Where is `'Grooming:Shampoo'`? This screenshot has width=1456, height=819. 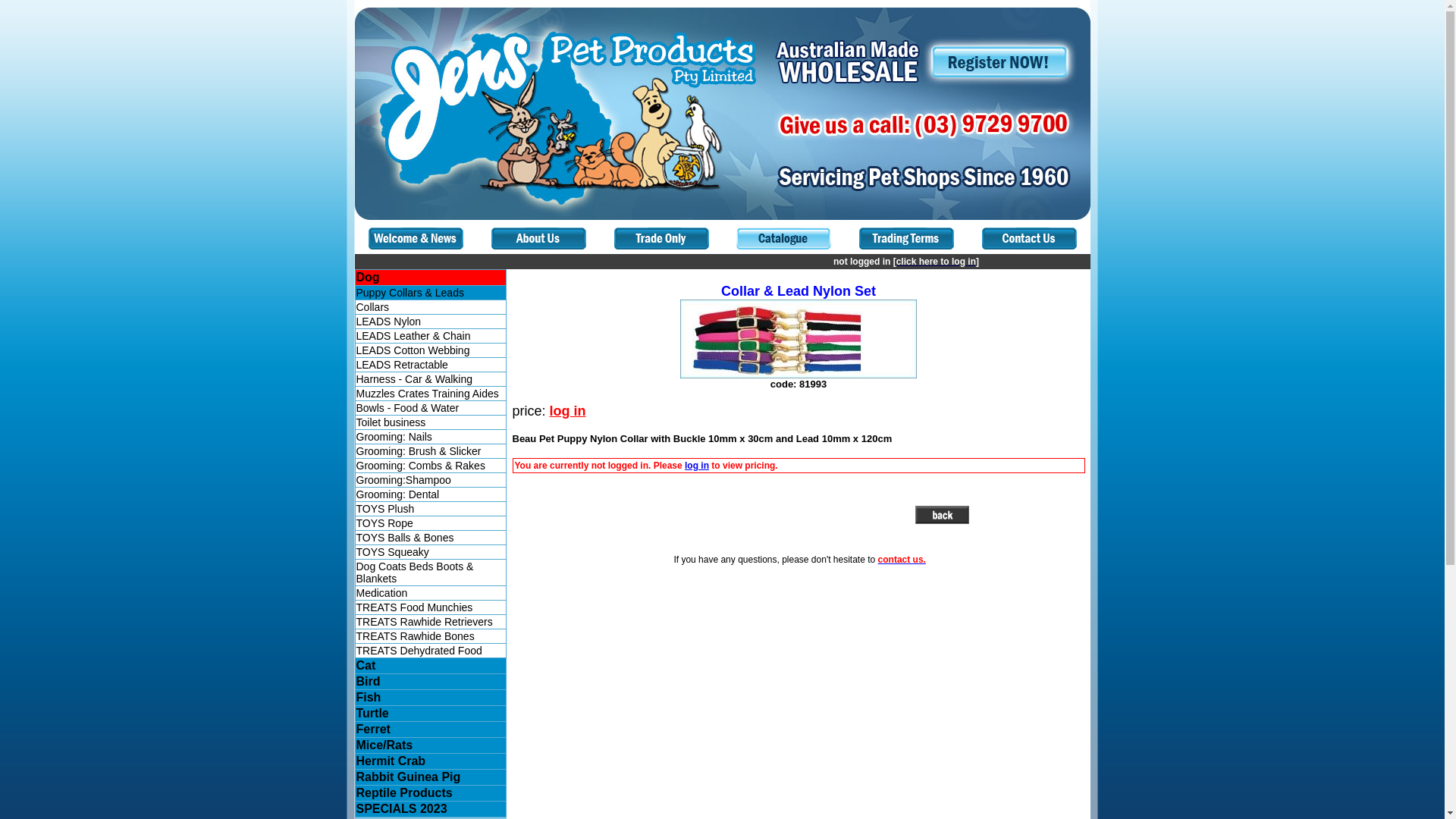
'Grooming:Shampoo' is located at coordinates (428, 479).